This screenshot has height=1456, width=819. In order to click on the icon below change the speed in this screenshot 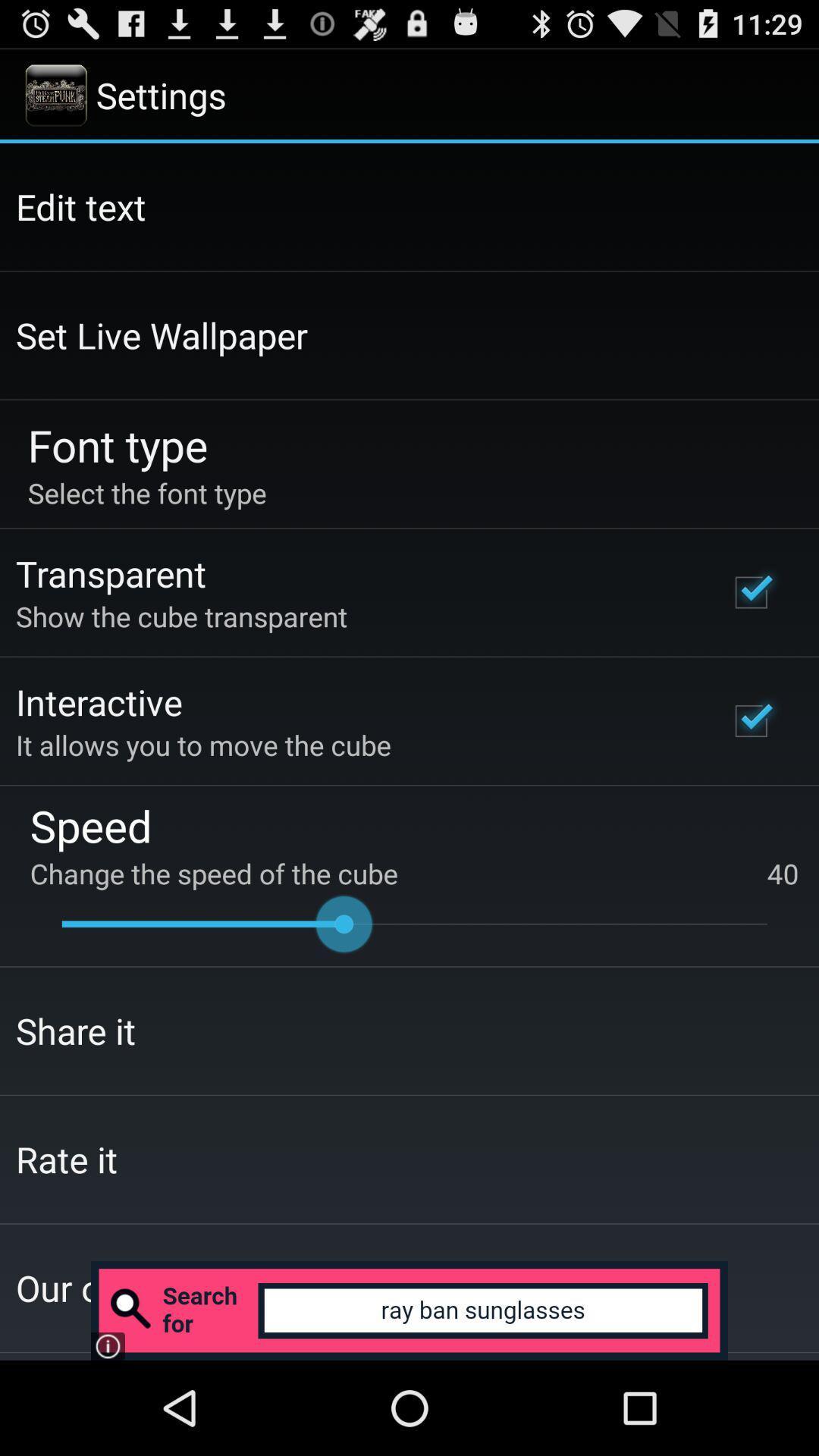, I will do `click(414, 923)`.